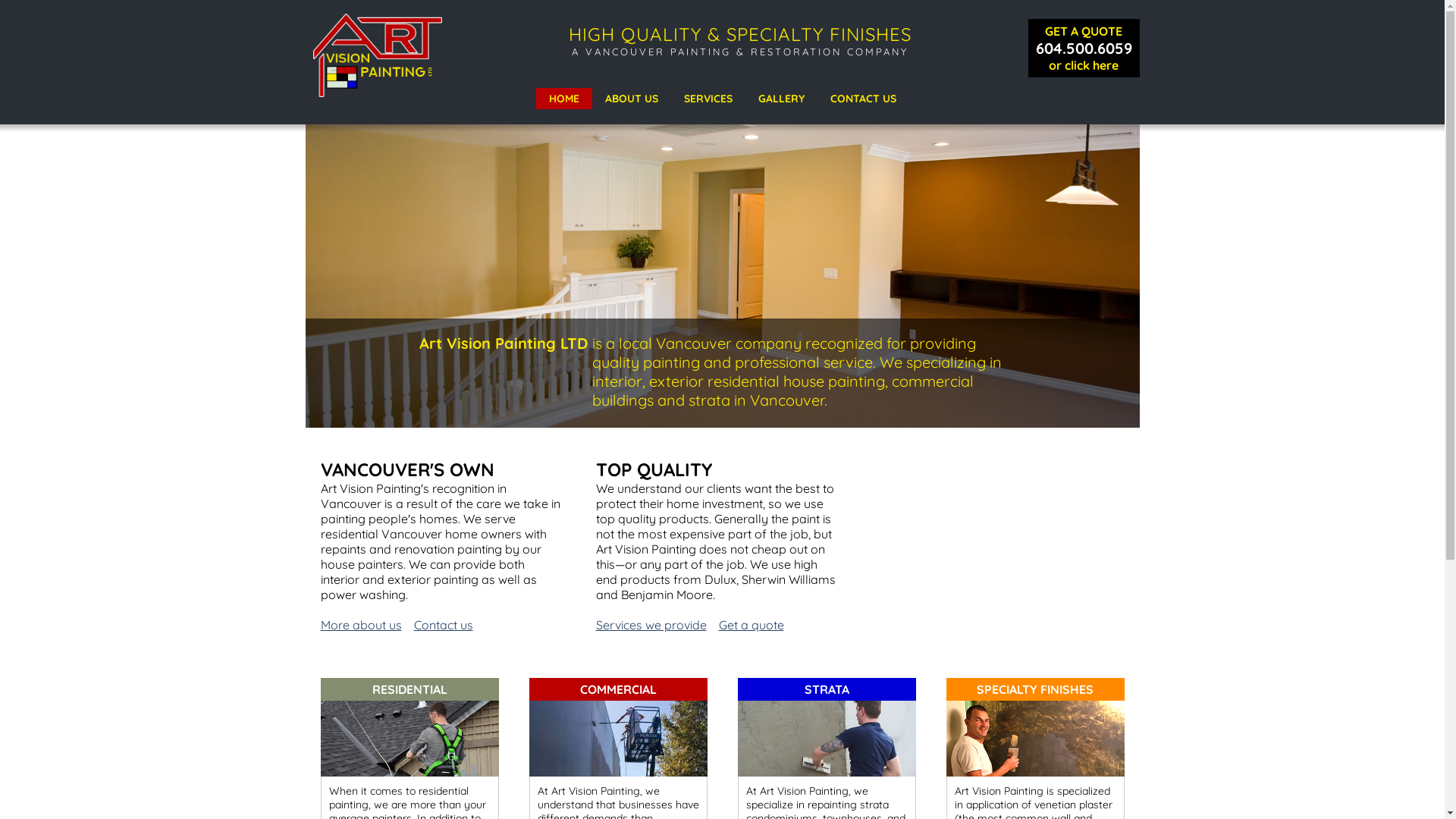 The height and width of the screenshot is (819, 1456). What do you see at coordinates (595, 625) in the screenshot?
I see `'Services we provide'` at bounding box center [595, 625].